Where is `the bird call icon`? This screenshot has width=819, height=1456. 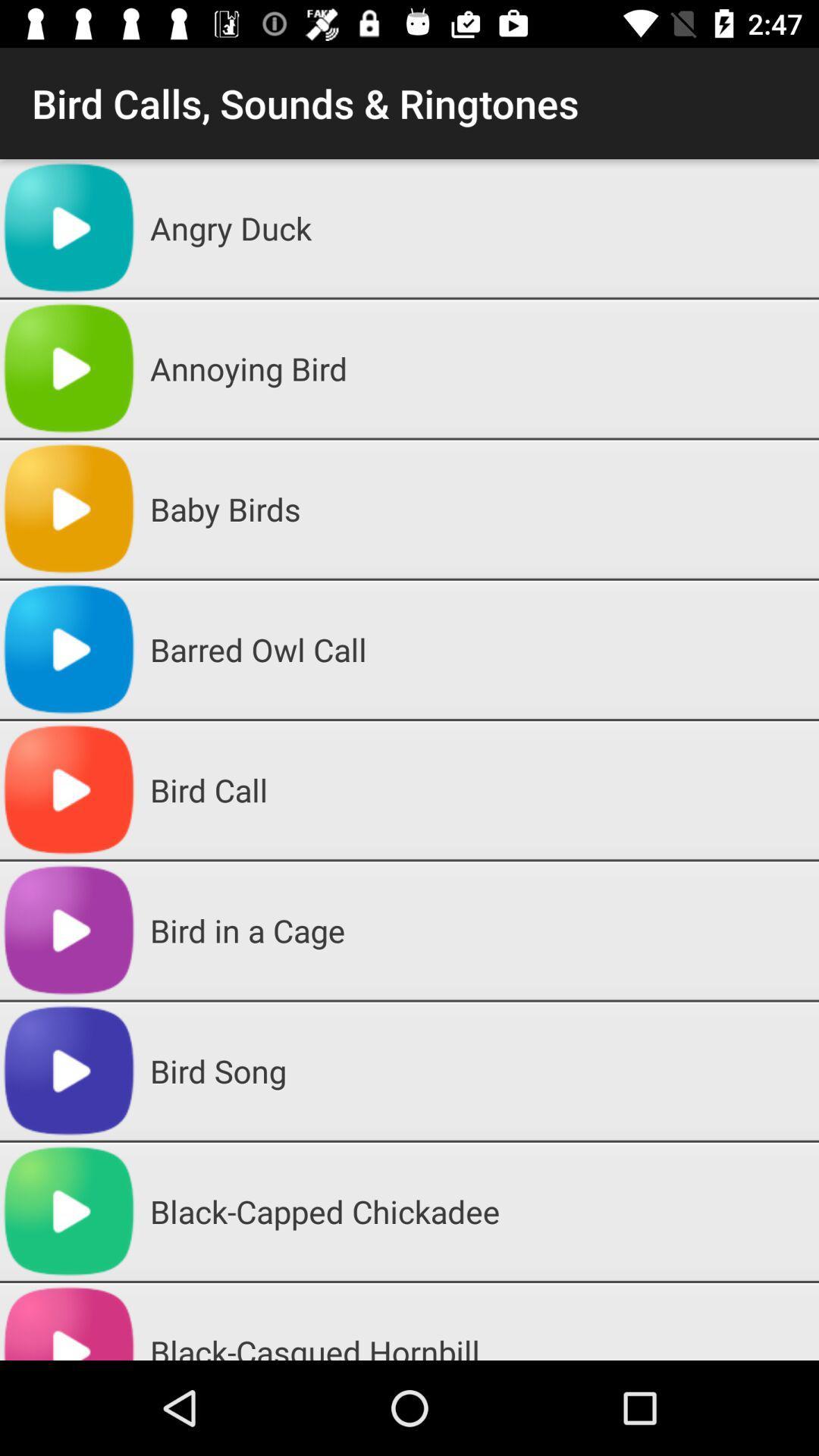 the bird call icon is located at coordinates (479, 789).